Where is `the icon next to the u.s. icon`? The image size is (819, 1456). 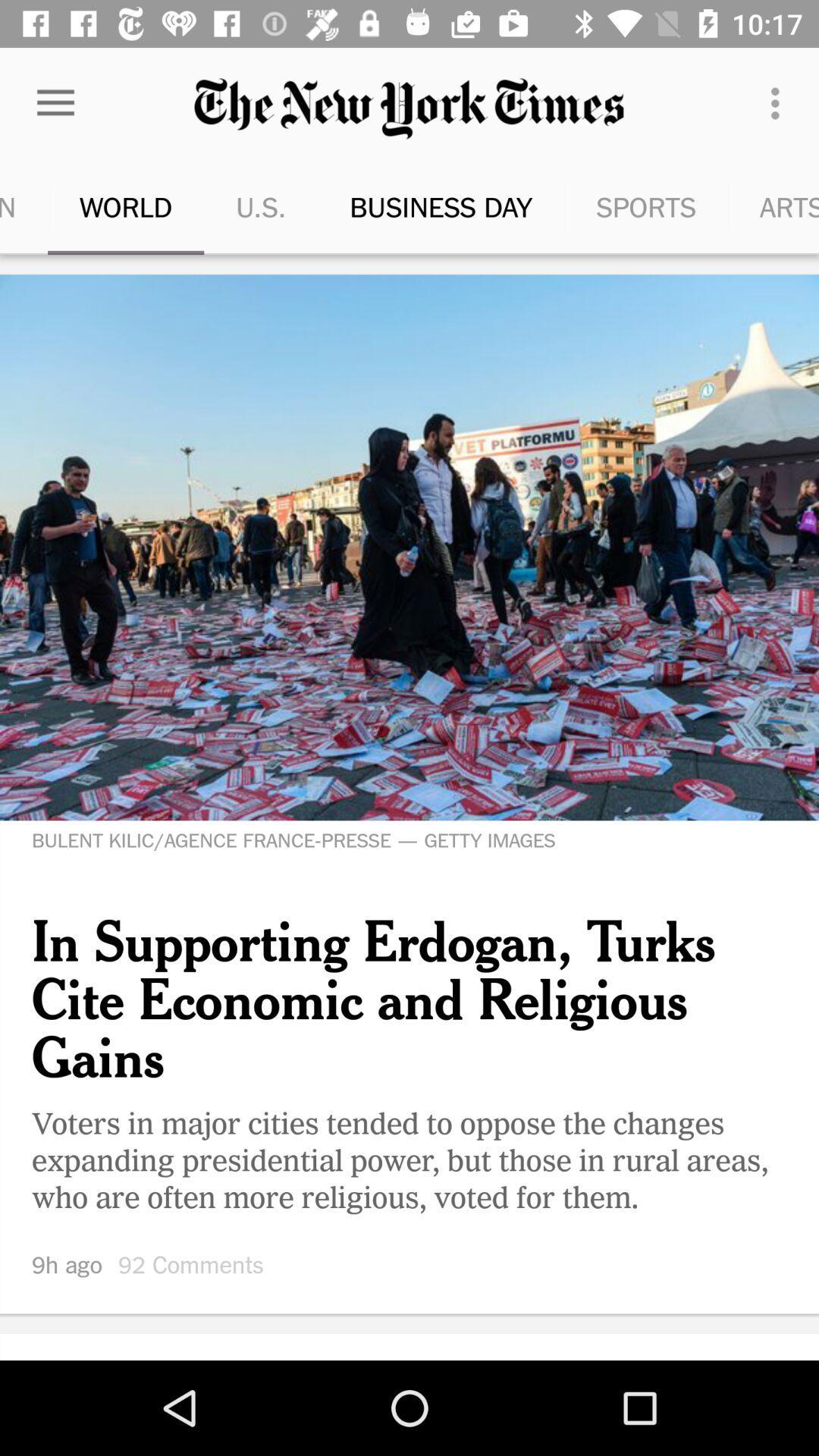 the icon next to the u.s. icon is located at coordinates (55, 102).